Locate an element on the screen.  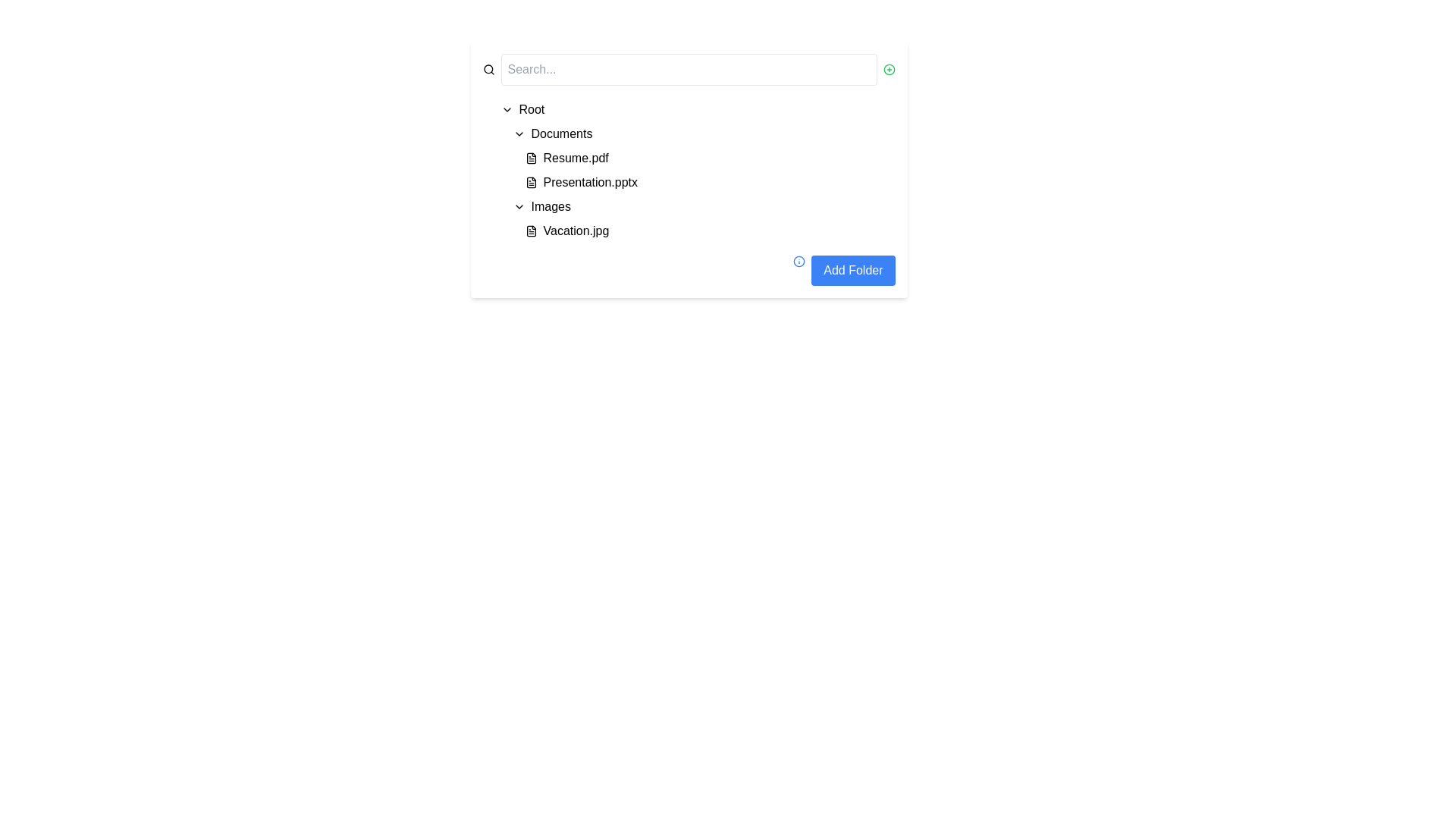
the Hierarchical list or tree view component that allows users to navigate and interact with the file directory structure is located at coordinates (694, 170).